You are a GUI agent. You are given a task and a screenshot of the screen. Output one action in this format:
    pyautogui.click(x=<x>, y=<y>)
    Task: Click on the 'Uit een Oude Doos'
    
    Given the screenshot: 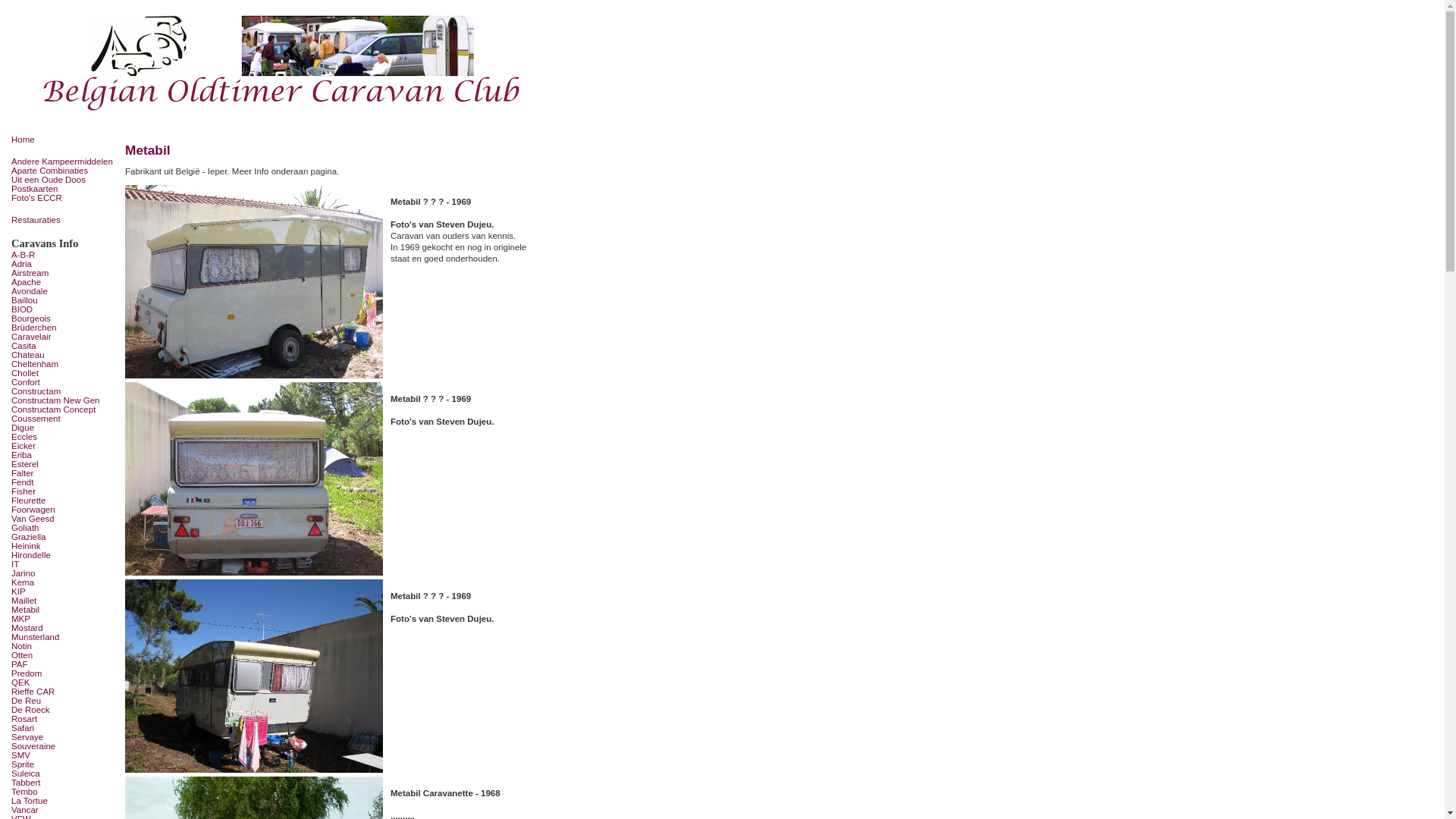 What is the action you would take?
    pyautogui.click(x=11, y=178)
    